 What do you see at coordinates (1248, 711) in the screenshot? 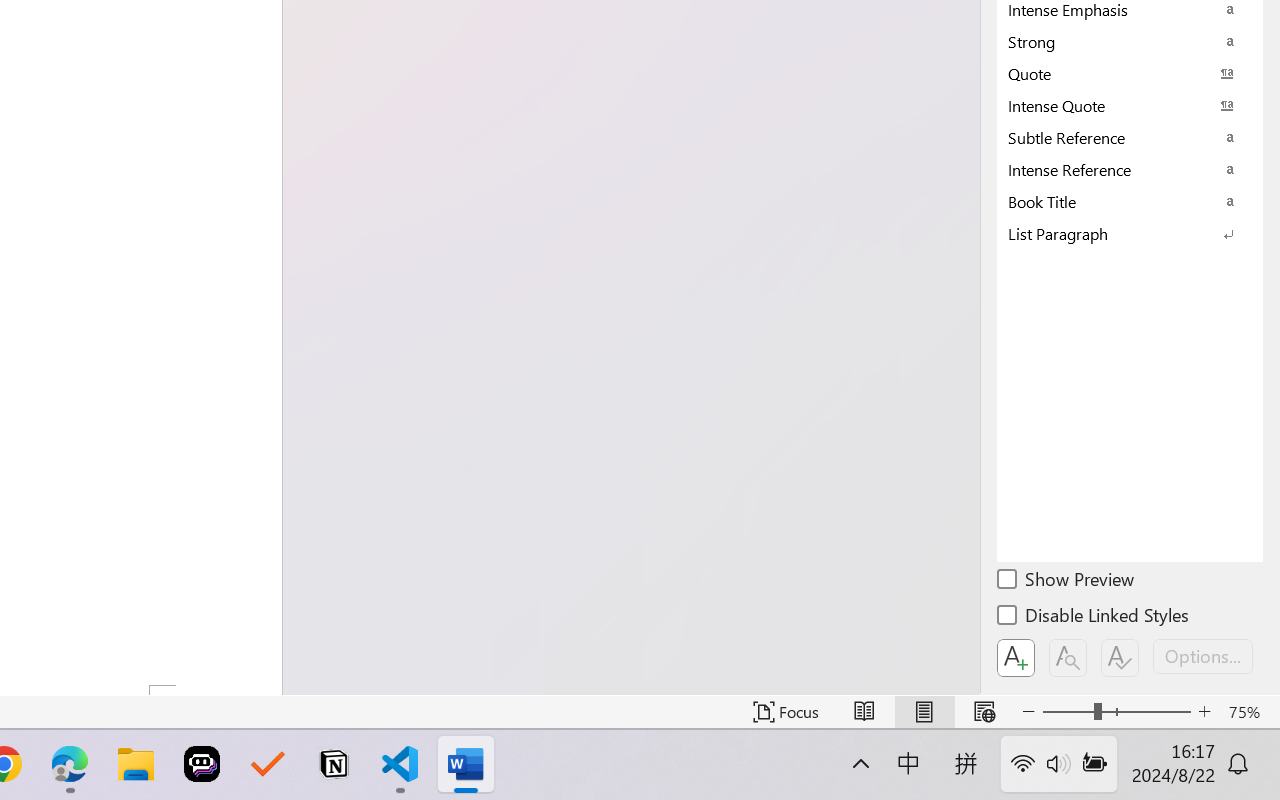
I see `'Zoom 75%'` at bounding box center [1248, 711].